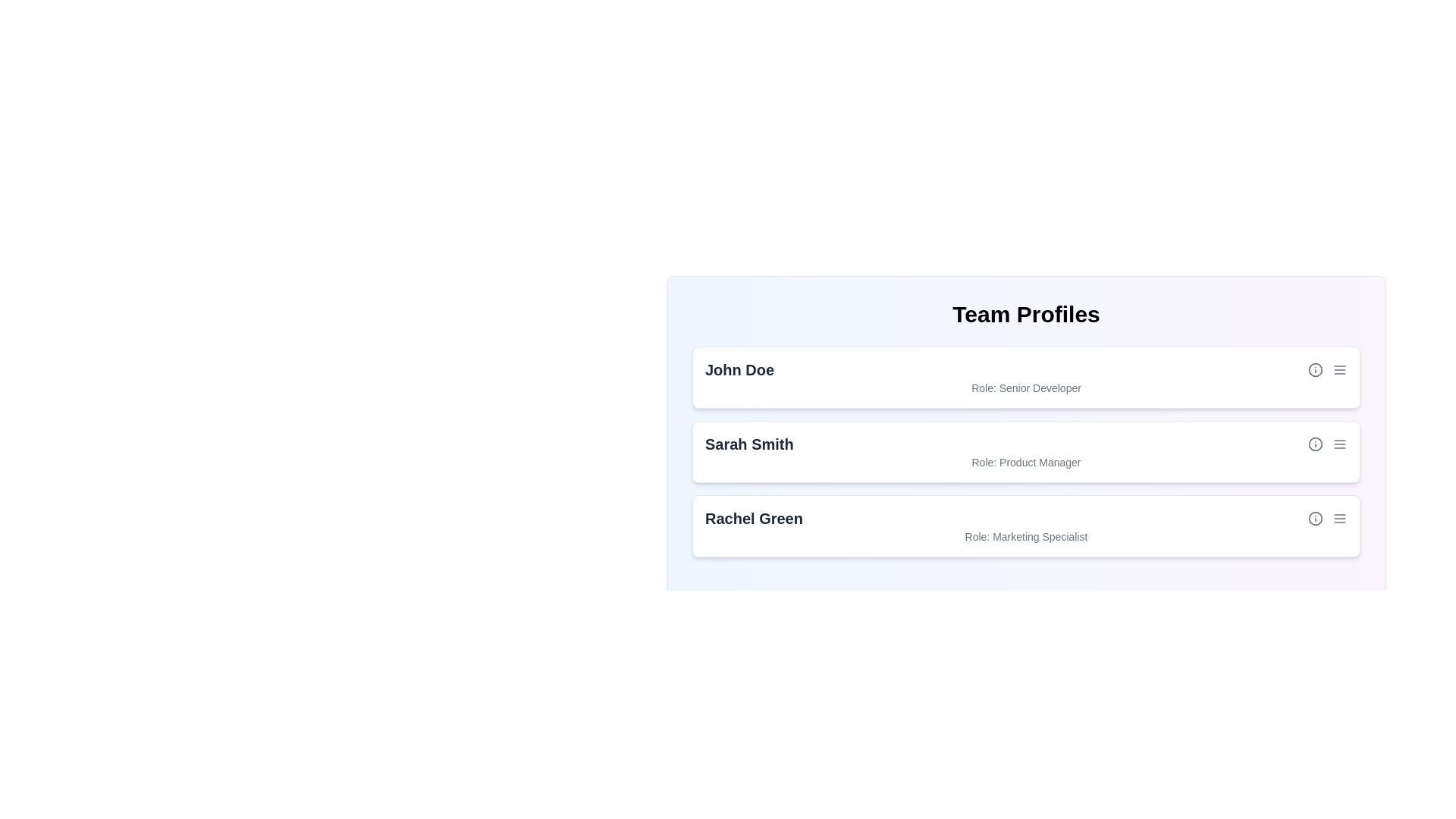 This screenshot has height=819, width=1456. What do you see at coordinates (1026, 536) in the screenshot?
I see `the text label that displays the role or position of 'Rachel Green', located at the bottom of her card in a vertical list of three cards` at bounding box center [1026, 536].